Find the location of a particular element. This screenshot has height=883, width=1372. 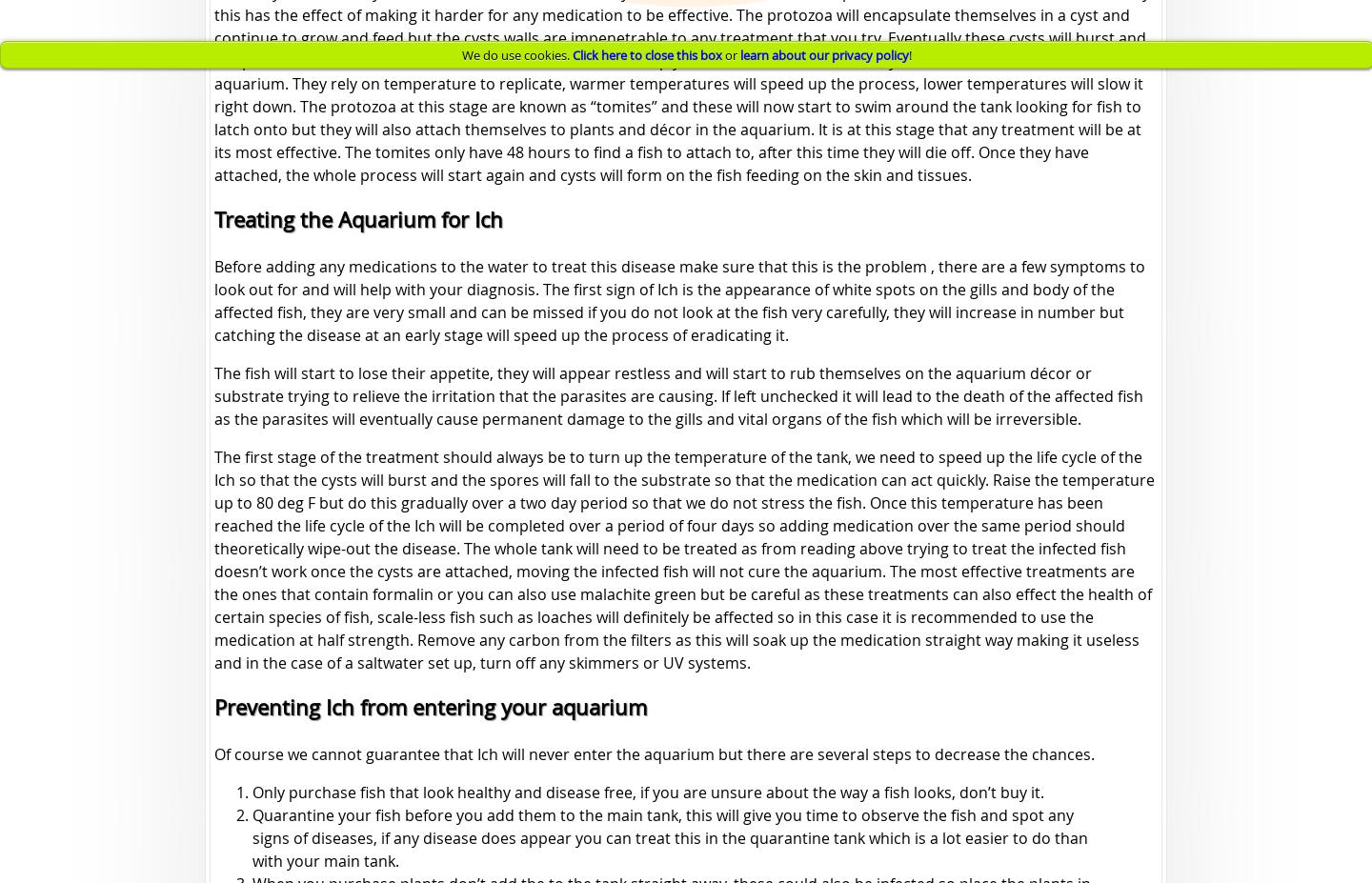

'Only purchase fish that look healthy and disease free, if you are unsure about the way a fish looks, don’t buy it.' is located at coordinates (648, 792).